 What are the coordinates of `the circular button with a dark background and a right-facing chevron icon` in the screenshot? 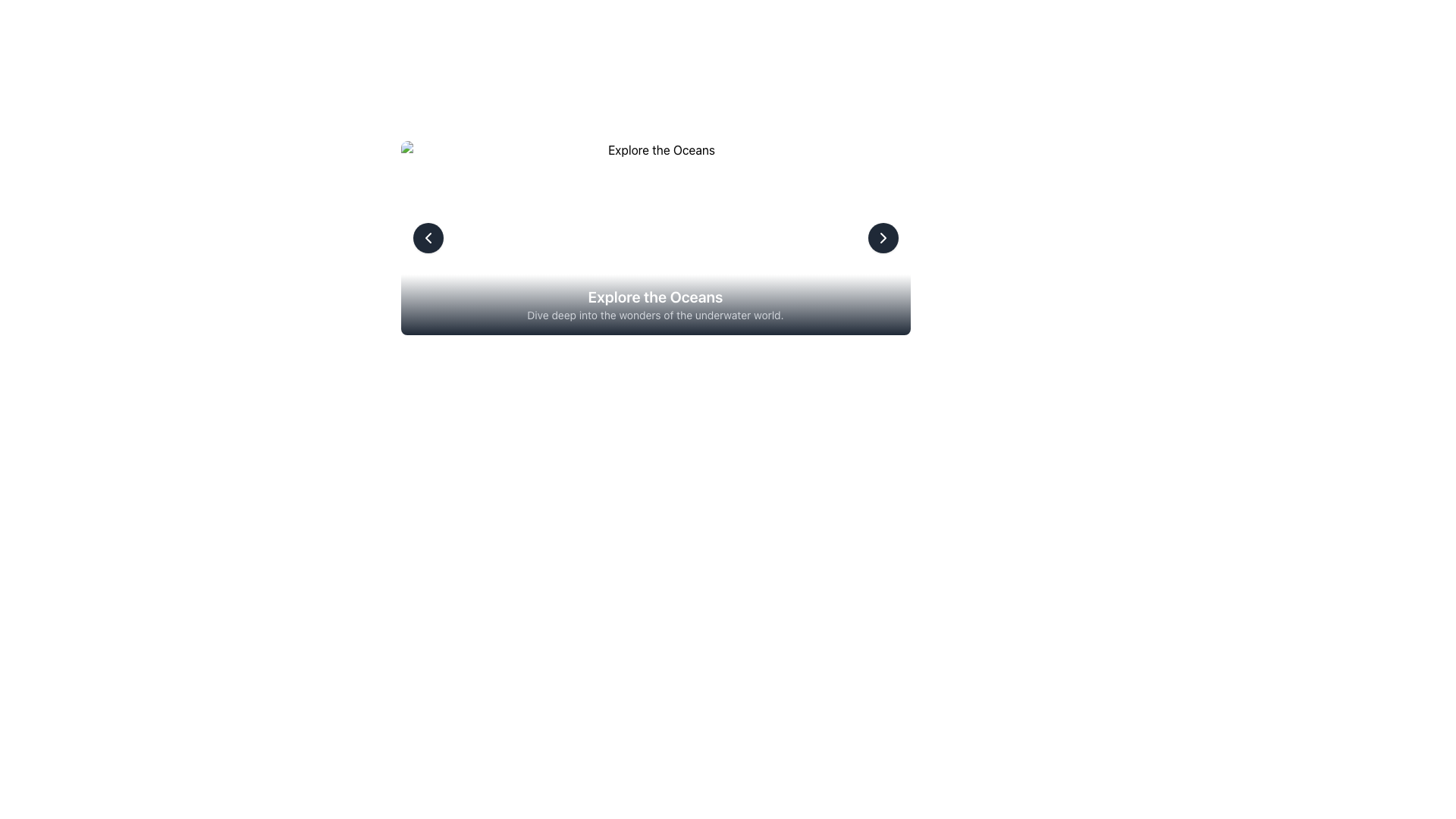 It's located at (883, 237).